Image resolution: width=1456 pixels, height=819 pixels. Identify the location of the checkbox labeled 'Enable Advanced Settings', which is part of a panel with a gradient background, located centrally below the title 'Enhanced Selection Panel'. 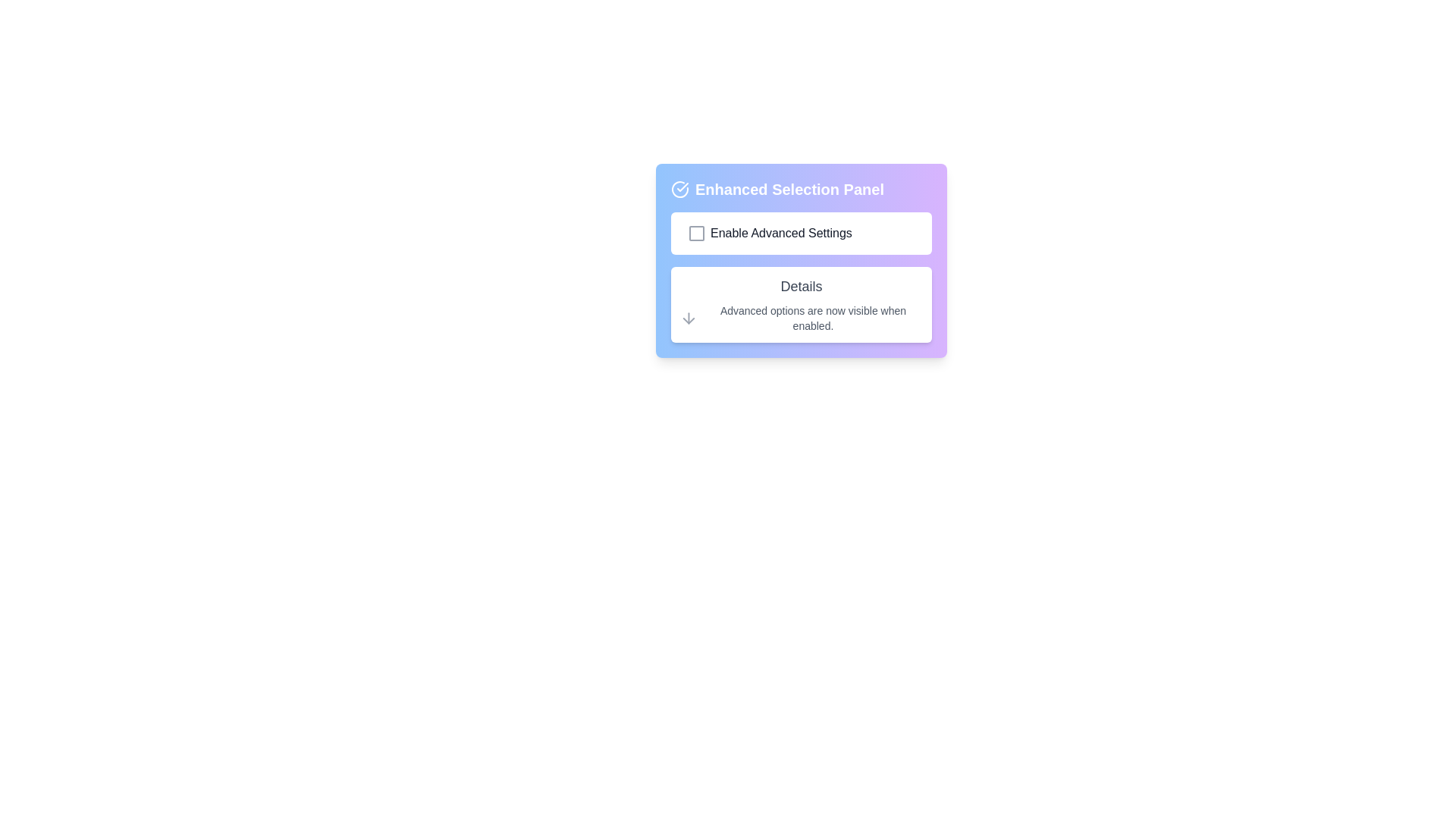
(800, 234).